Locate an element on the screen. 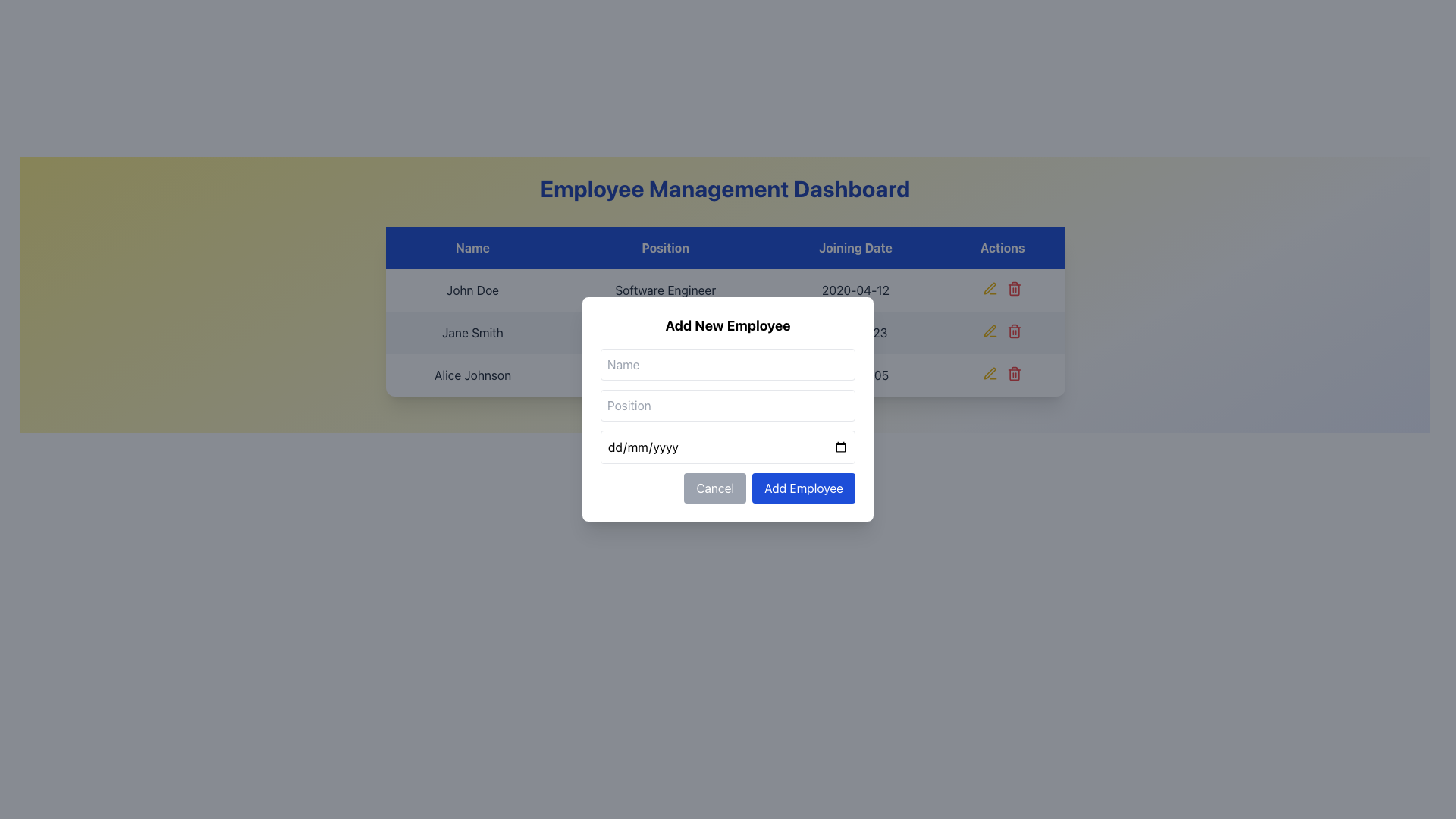  the edit icon button located in the 'Actions' column of the second row for user 'Jane Smith' is located at coordinates (990, 330).